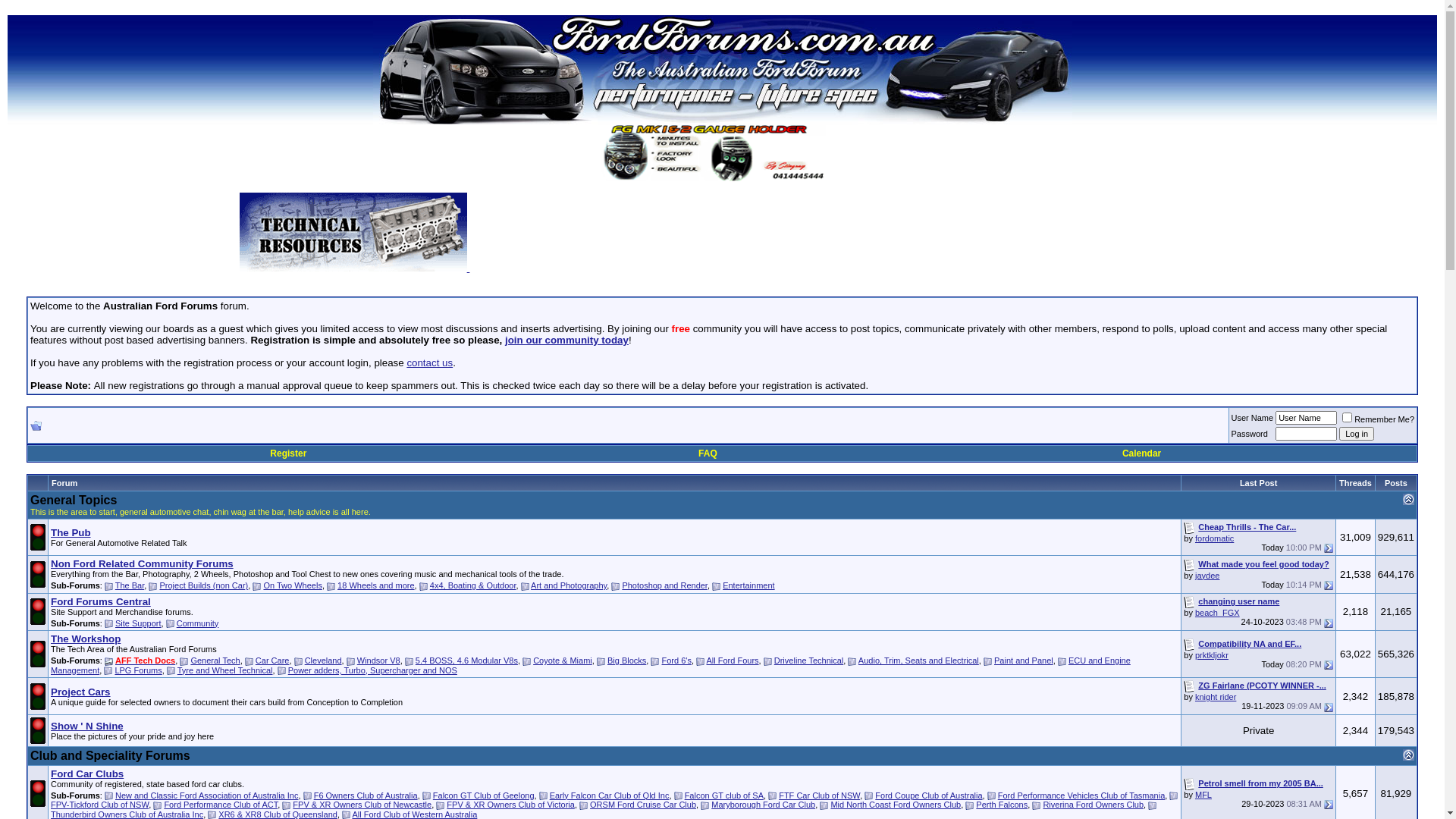 Image resolution: width=1456 pixels, height=819 pixels. Describe the element at coordinates (70, 532) in the screenshot. I see `'The Pub'` at that location.